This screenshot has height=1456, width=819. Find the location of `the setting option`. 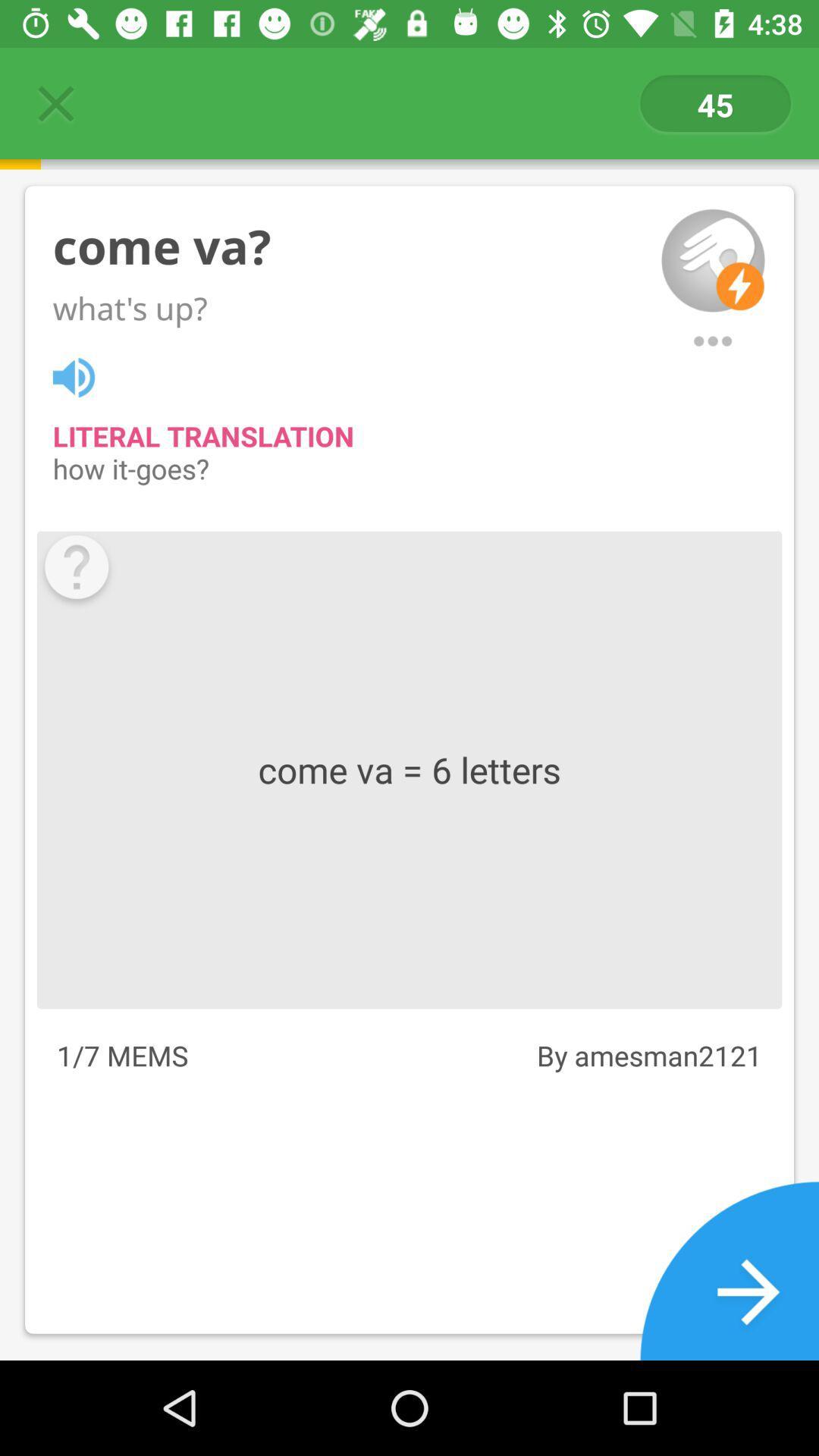

the setting option is located at coordinates (713, 340).